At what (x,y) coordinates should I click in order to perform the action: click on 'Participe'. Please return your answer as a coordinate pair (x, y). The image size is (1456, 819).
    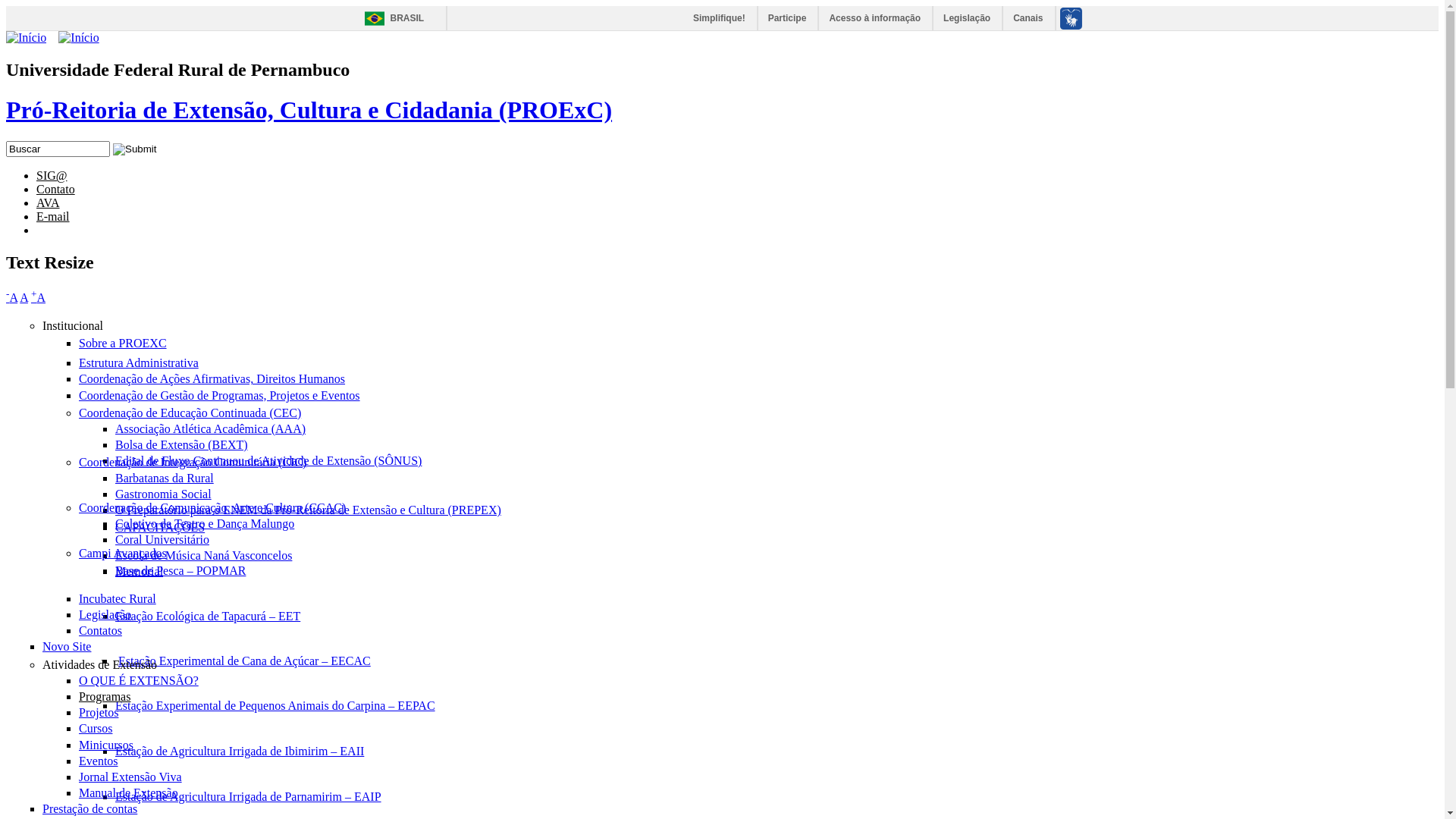
    Looking at the image, I should click on (788, 17).